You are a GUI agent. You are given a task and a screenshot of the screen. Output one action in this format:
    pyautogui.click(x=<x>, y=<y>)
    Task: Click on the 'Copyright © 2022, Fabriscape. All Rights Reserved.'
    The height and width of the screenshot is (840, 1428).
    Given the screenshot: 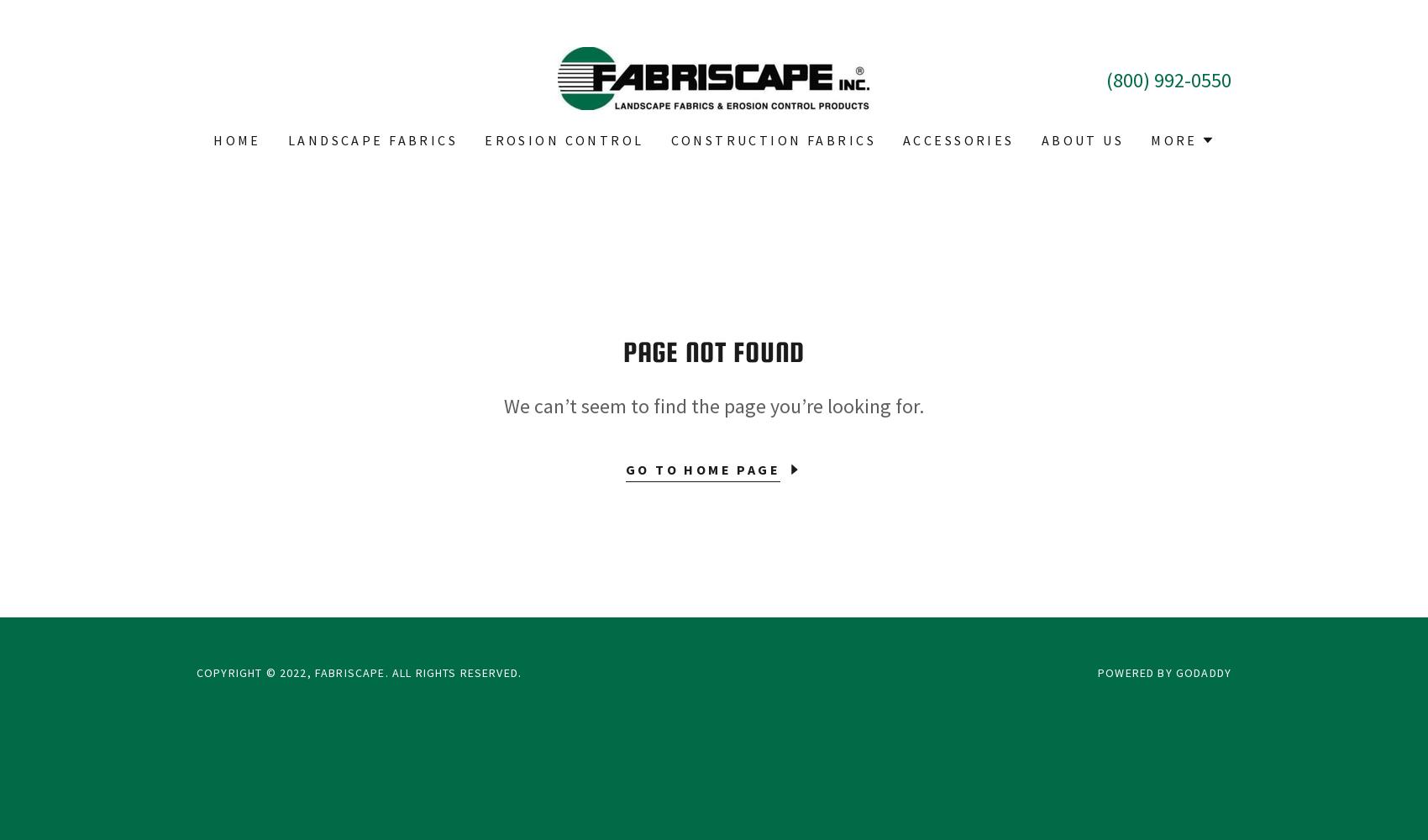 What is the action you would take?
    pyautogui.click(x=359, y=673)
    